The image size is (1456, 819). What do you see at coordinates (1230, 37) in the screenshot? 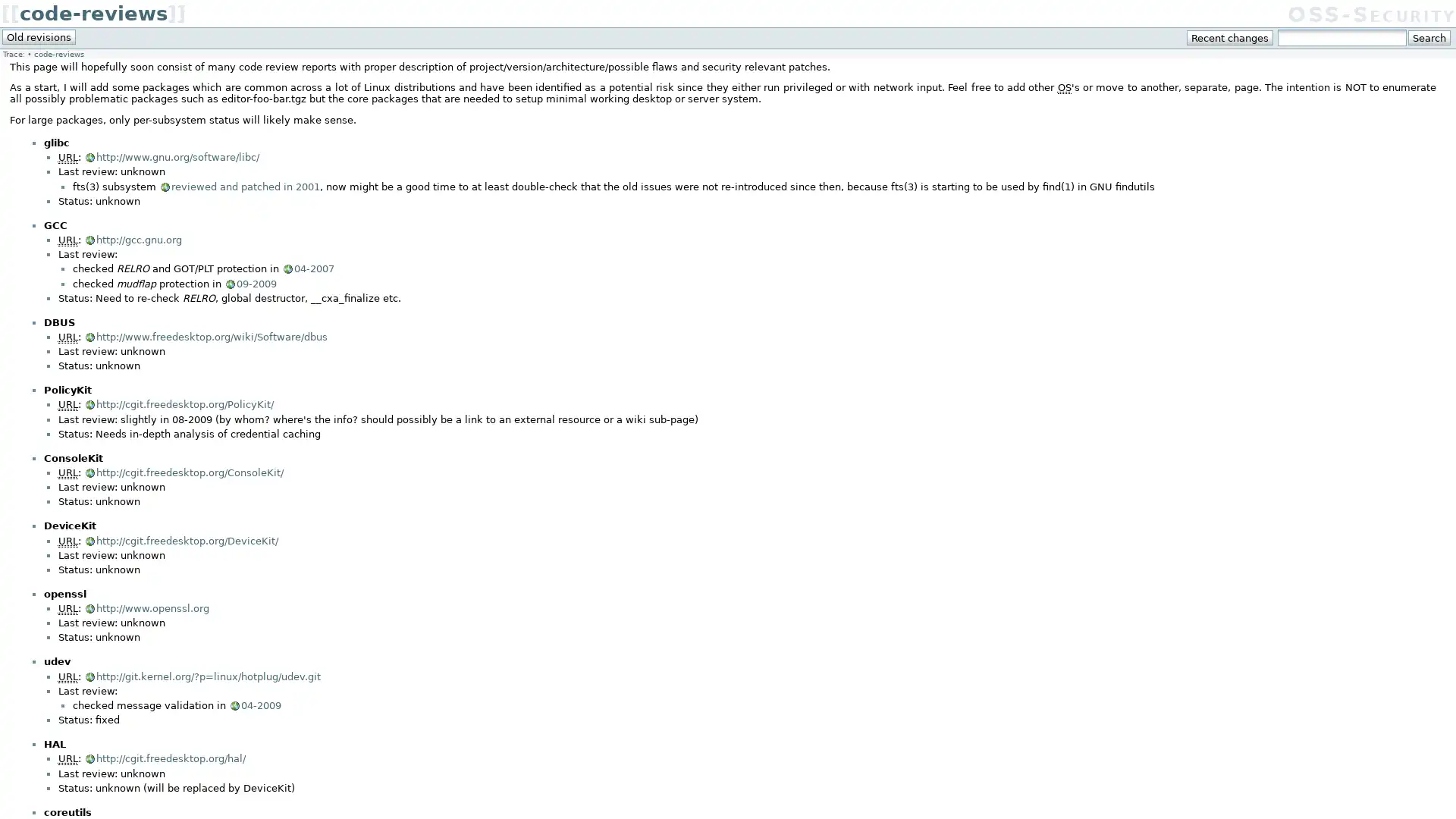
I see `Recent changes` at bounding box center [1230, 37].